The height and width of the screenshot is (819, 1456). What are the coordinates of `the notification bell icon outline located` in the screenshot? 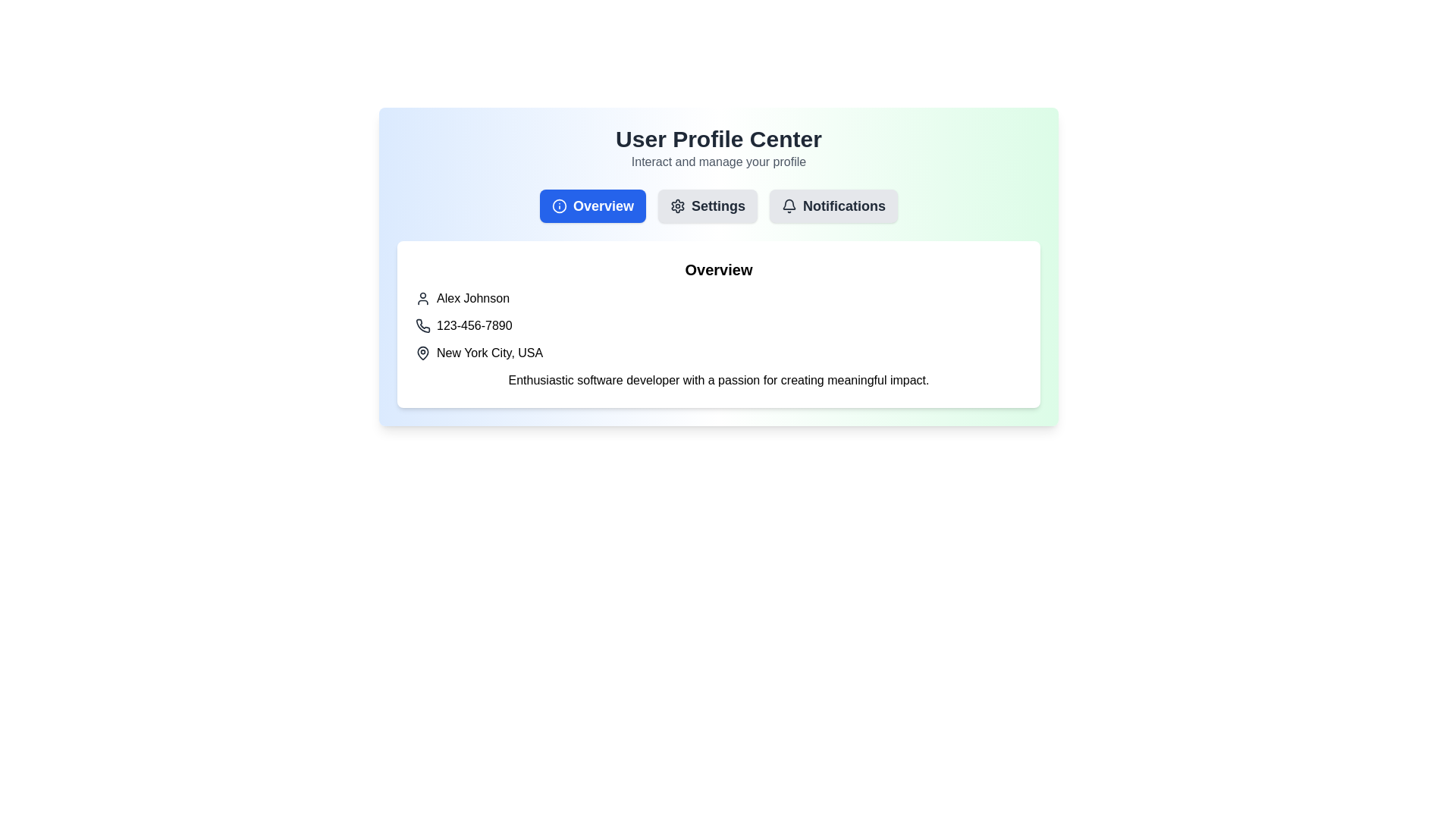 It's located at (789, 203).